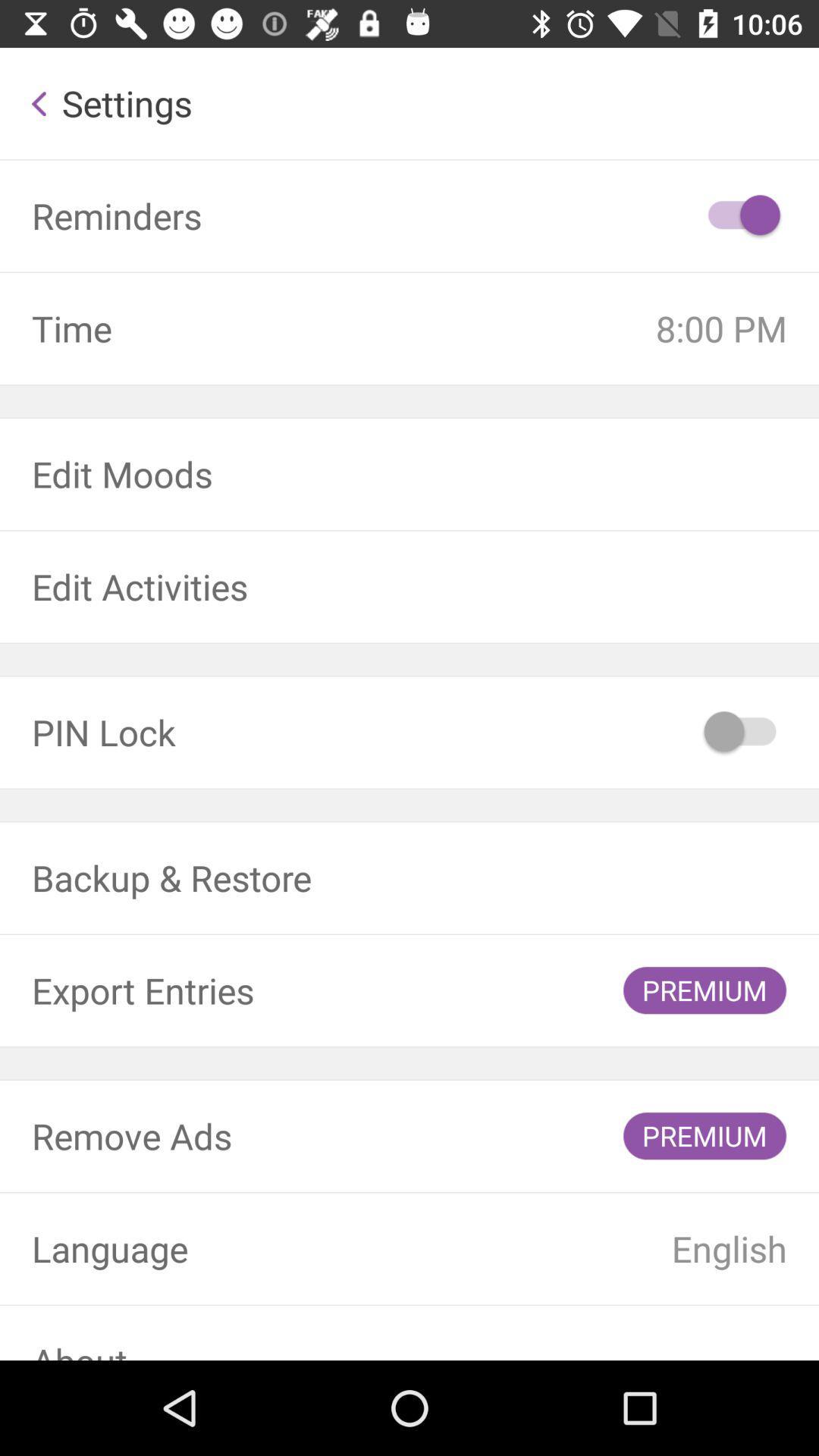 The image size is (819, 1456). I want to click on the app to the right of reminders, so click(741, 215).